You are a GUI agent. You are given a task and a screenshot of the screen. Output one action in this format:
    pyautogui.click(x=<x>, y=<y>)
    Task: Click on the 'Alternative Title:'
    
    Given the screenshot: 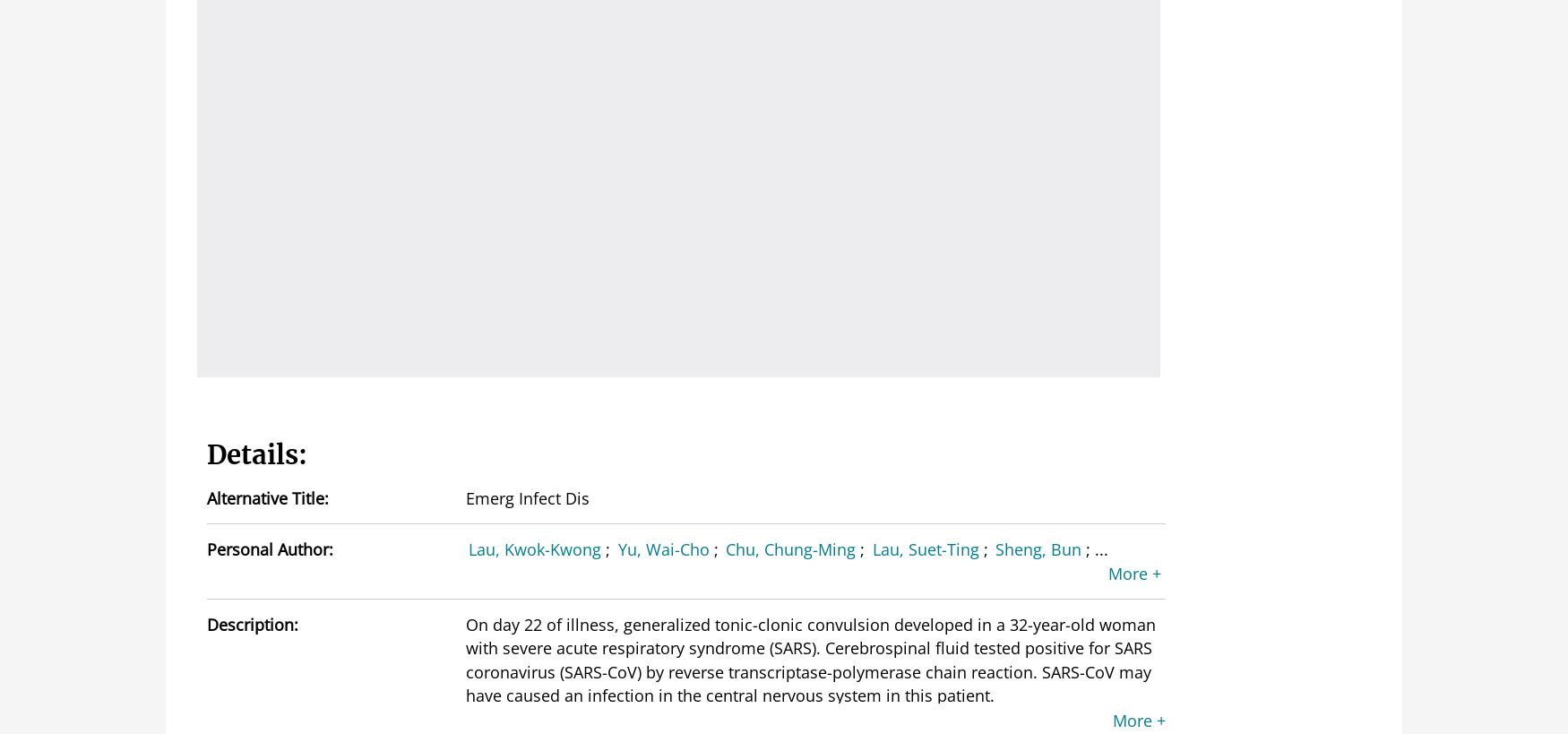 What is the action you would take?
    pyautogui.click(x=267, y=497)
    